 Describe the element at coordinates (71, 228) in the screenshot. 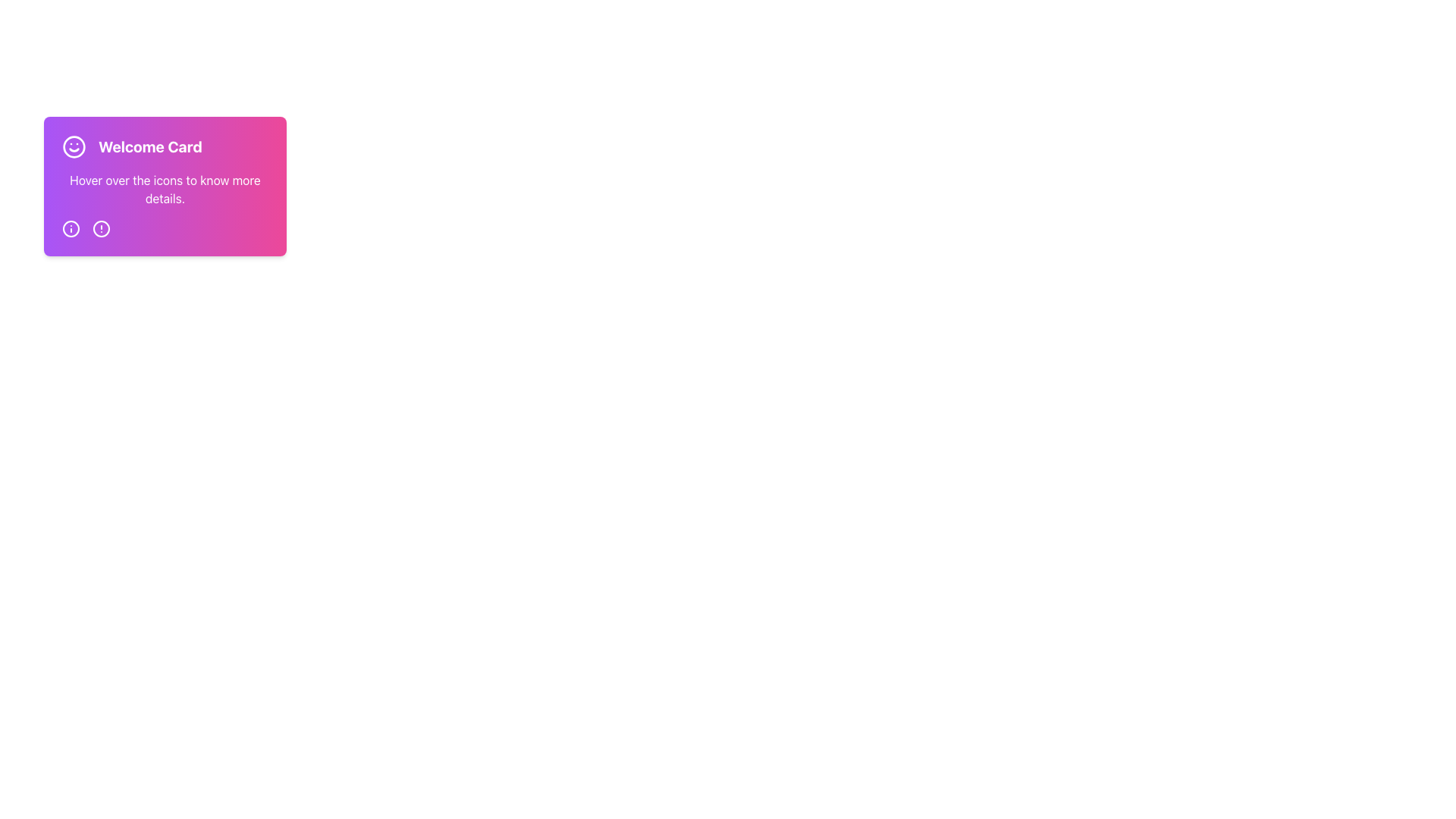

I see `the information icon located in the bottom left section of the card-like gradient background, which is the first in a horizontal set of icons and precedes a warning icon` at that location.